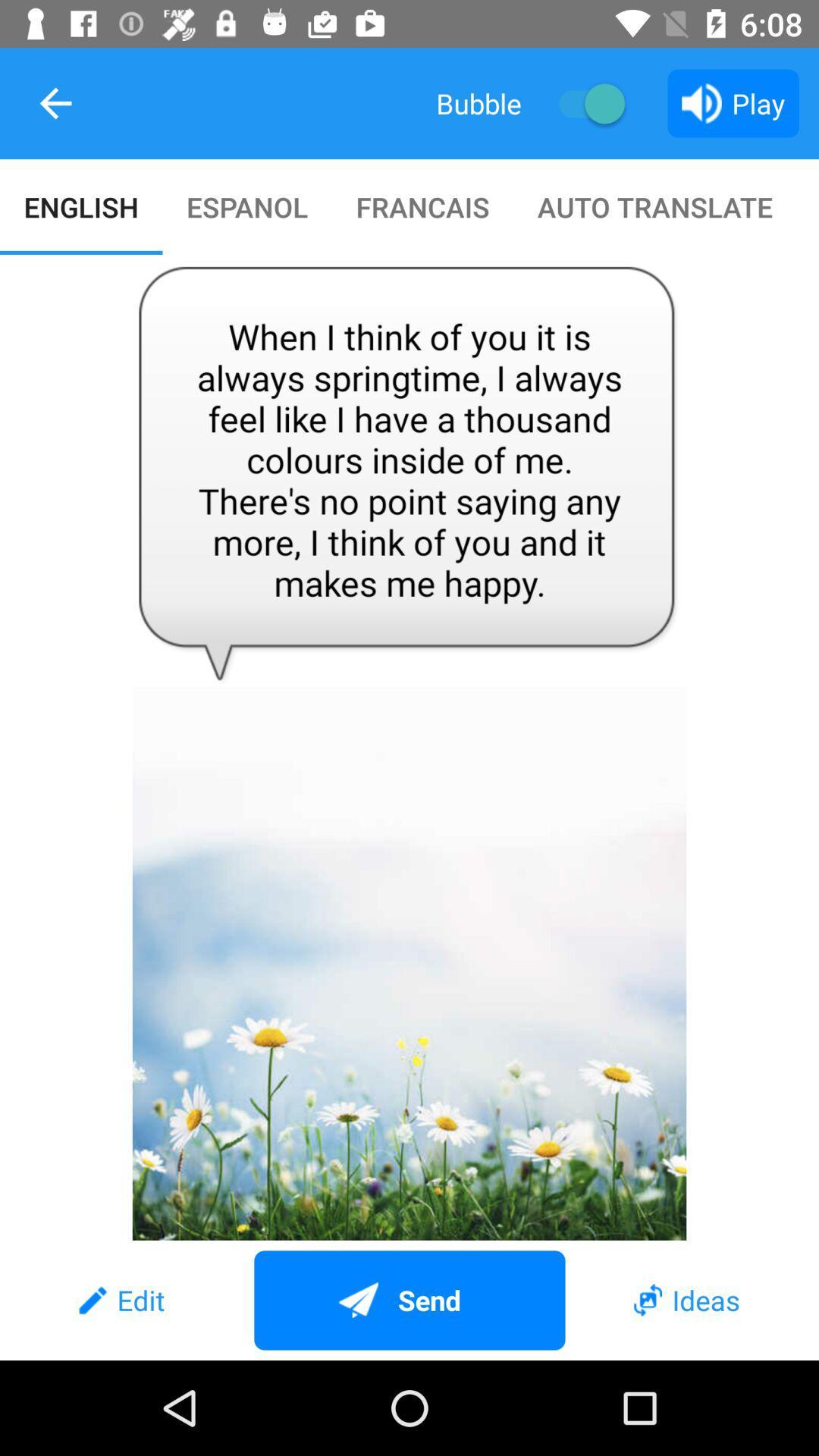 This screenshot has width=819, height=1456. Describe the element at coordinates (409, 748) in the screenshot. I see `the icon above edit item` at that location.